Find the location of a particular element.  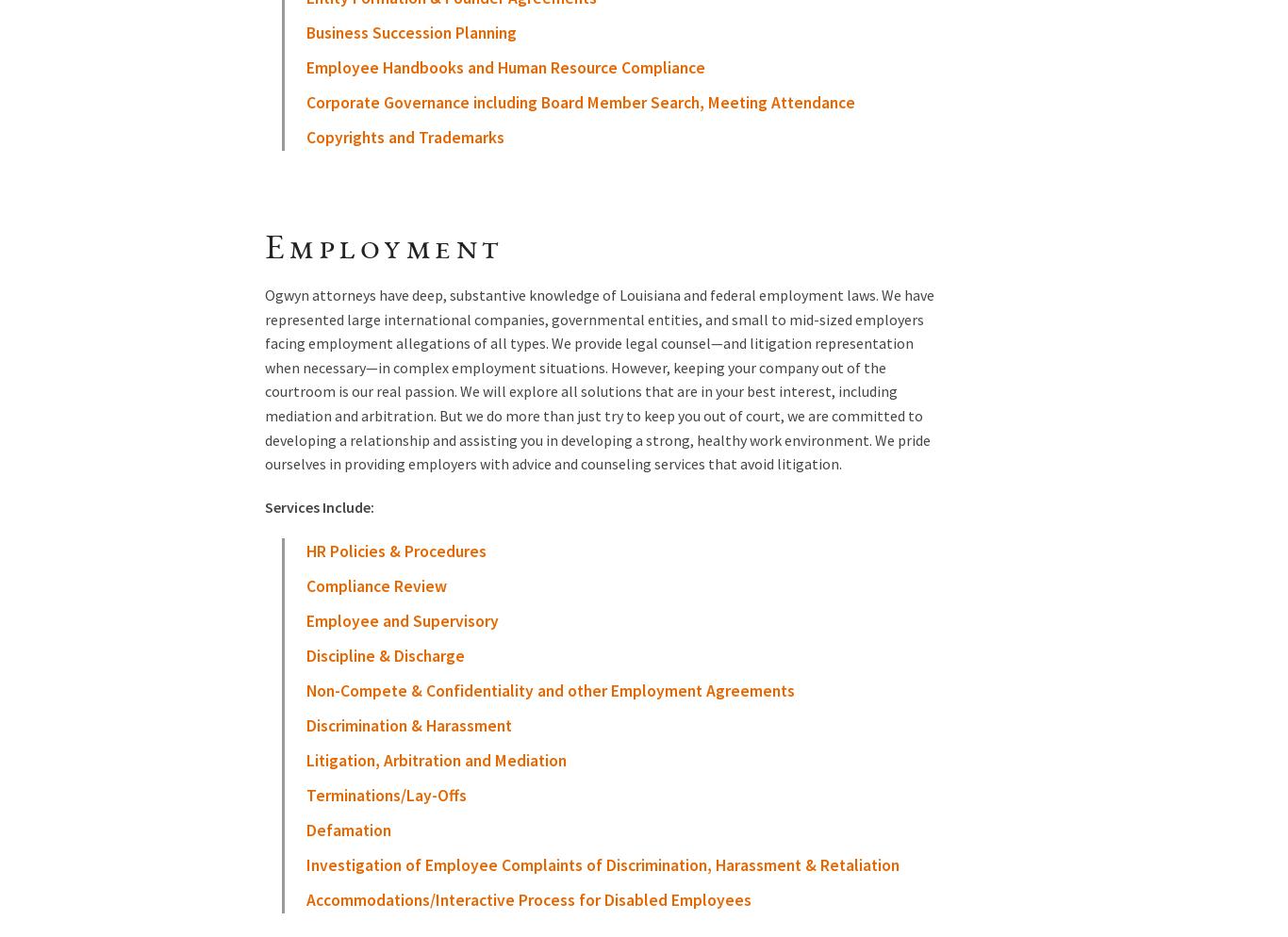

'Non-Compete & Confidentiality and other Employment Agreements' is located at coordinates (549, 690).